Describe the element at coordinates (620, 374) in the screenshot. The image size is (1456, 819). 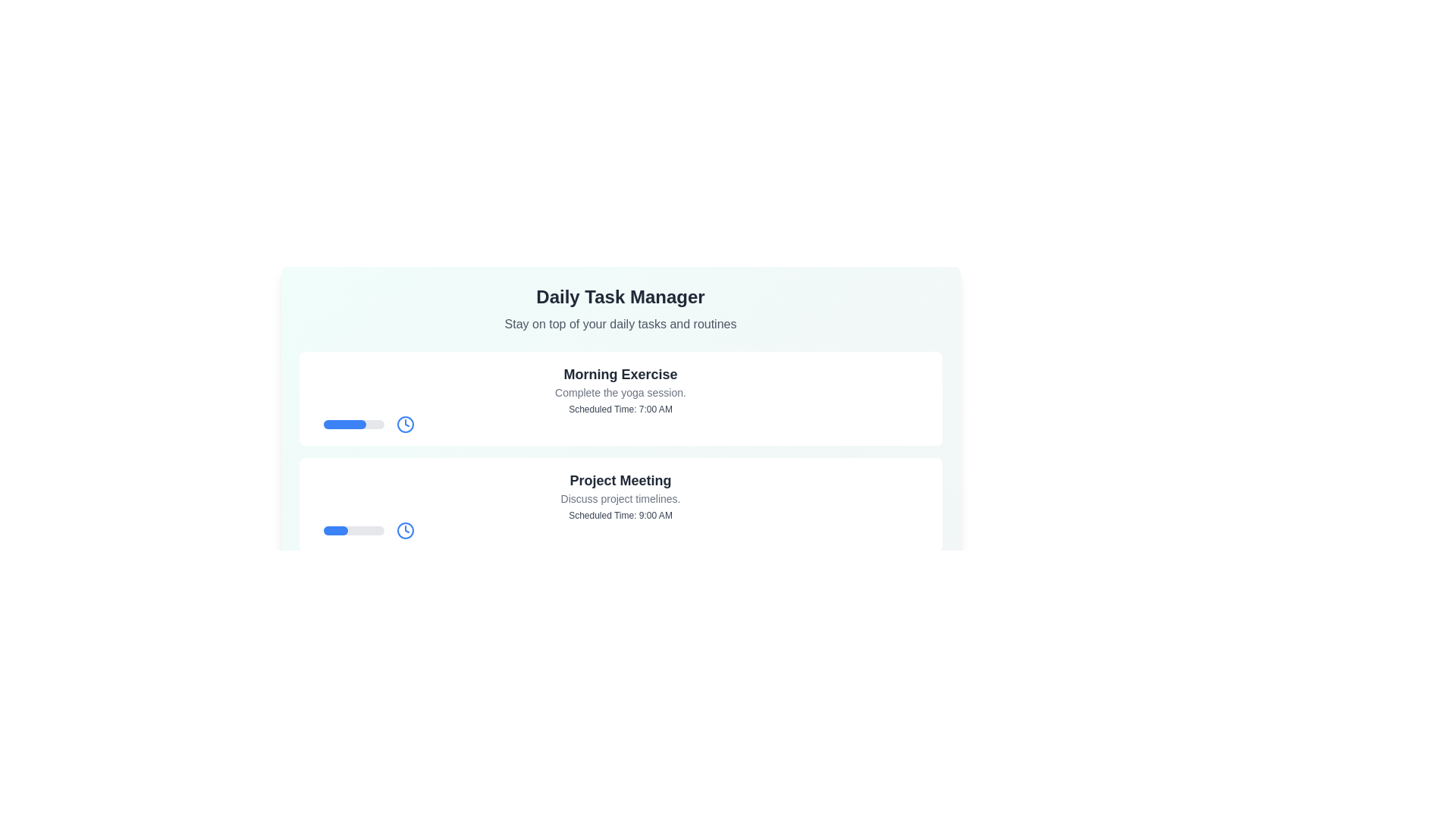
I see `the text label displaying 'Morning Exercise' which is bold and larger than surrounding text, located at the top of the segment with scheduling information` at that location.